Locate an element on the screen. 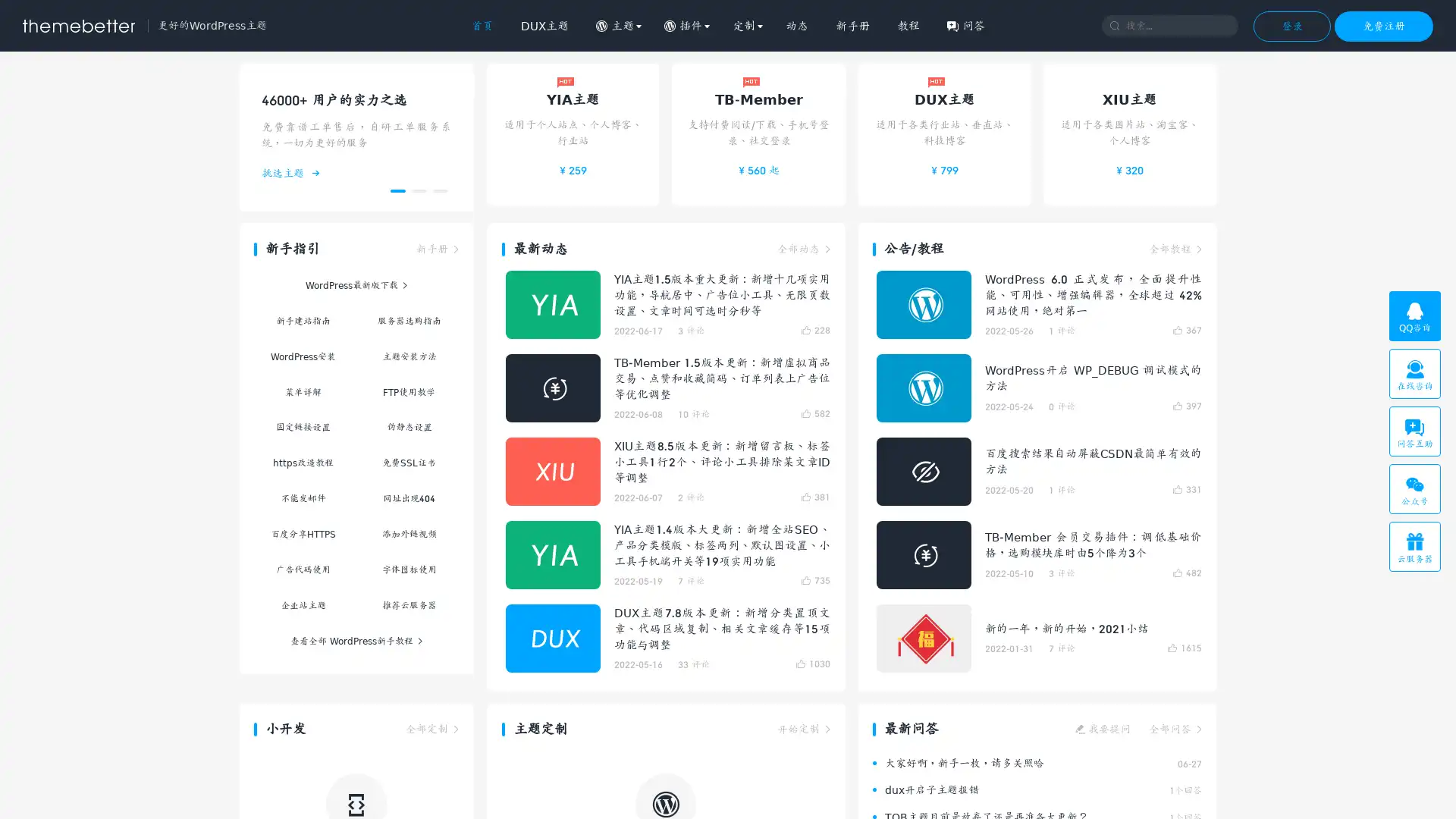 This screenshot has width=1456, height=819. Go to slide 3 is located at coordinates (439, 190).